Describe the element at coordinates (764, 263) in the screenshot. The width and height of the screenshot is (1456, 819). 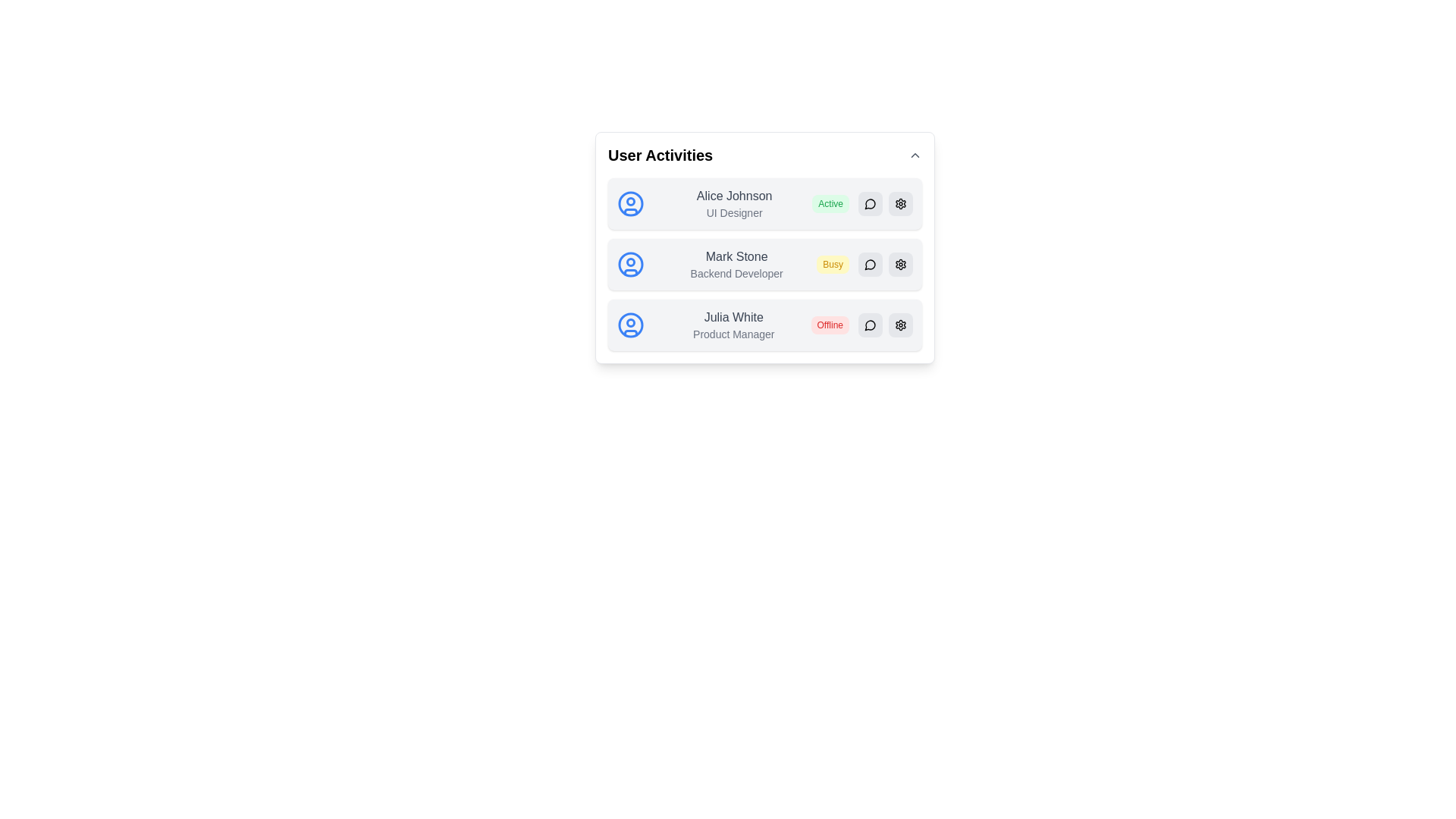
I see `the User Information Card displaying 'Mark Stone'` at that location.